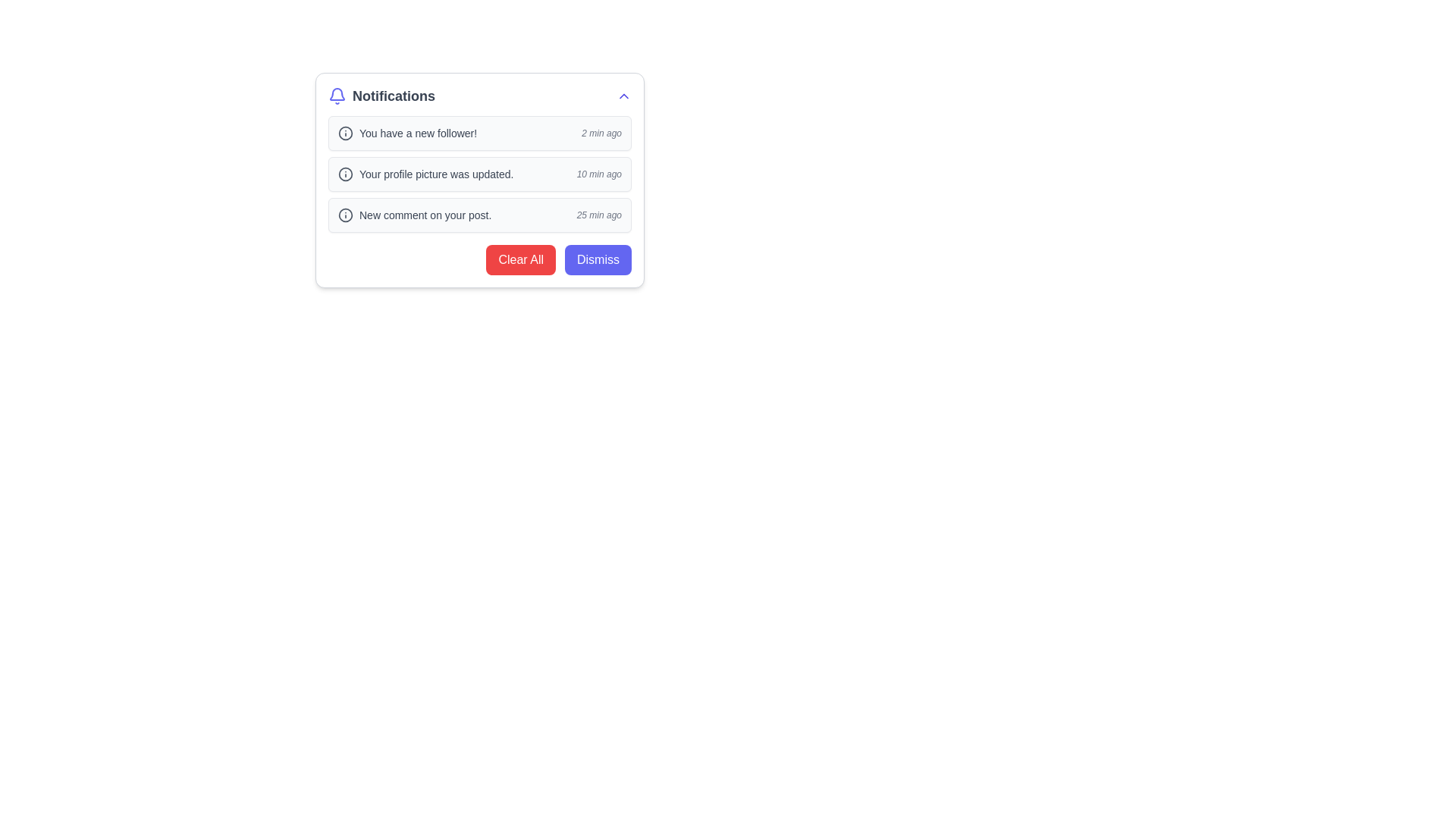 This screenshot has width=1456, height=819. Describe the element at coordinates (407, 133) in the screenshot. I see `message displayed on the label indicating a new follower, located to the right of the circled 'i' icon in the first notification entry` at that location.